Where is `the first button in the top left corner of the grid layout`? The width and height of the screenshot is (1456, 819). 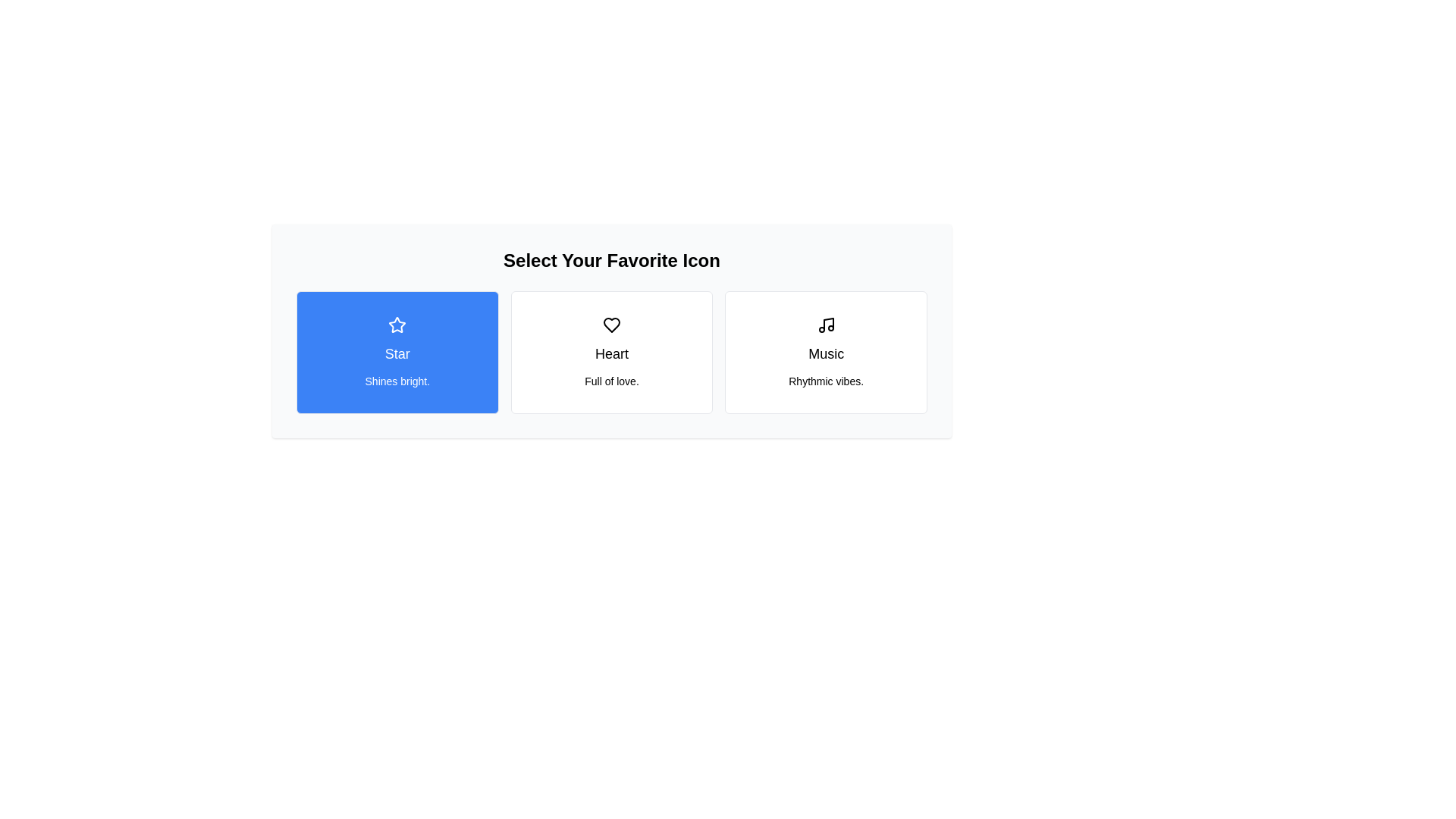
the first button in the top left corner of the grid layout is located at coordinates (397, 353).